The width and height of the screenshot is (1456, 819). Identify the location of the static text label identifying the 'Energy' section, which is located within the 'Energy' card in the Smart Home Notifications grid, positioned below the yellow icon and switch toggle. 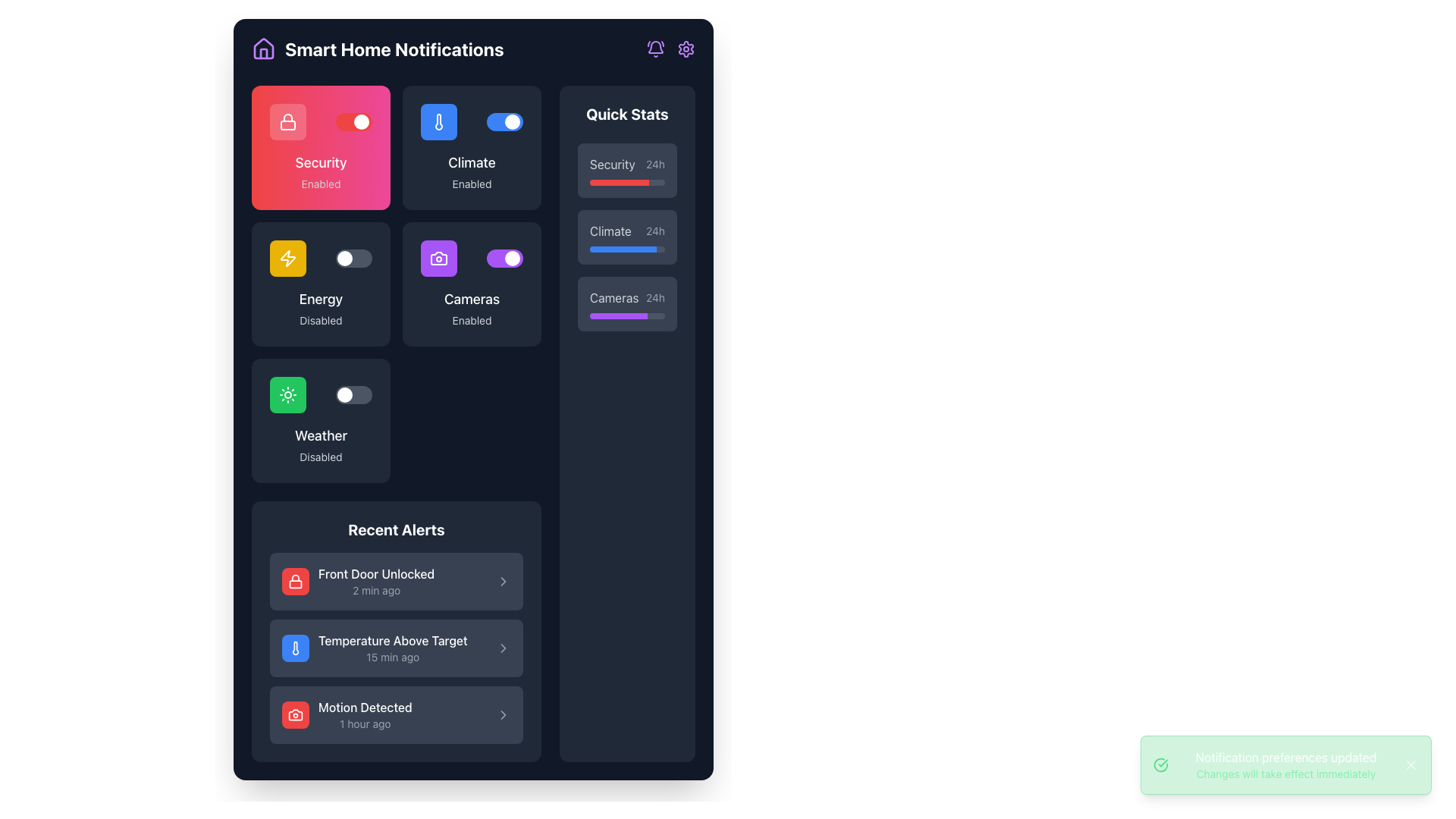
(320, 299).